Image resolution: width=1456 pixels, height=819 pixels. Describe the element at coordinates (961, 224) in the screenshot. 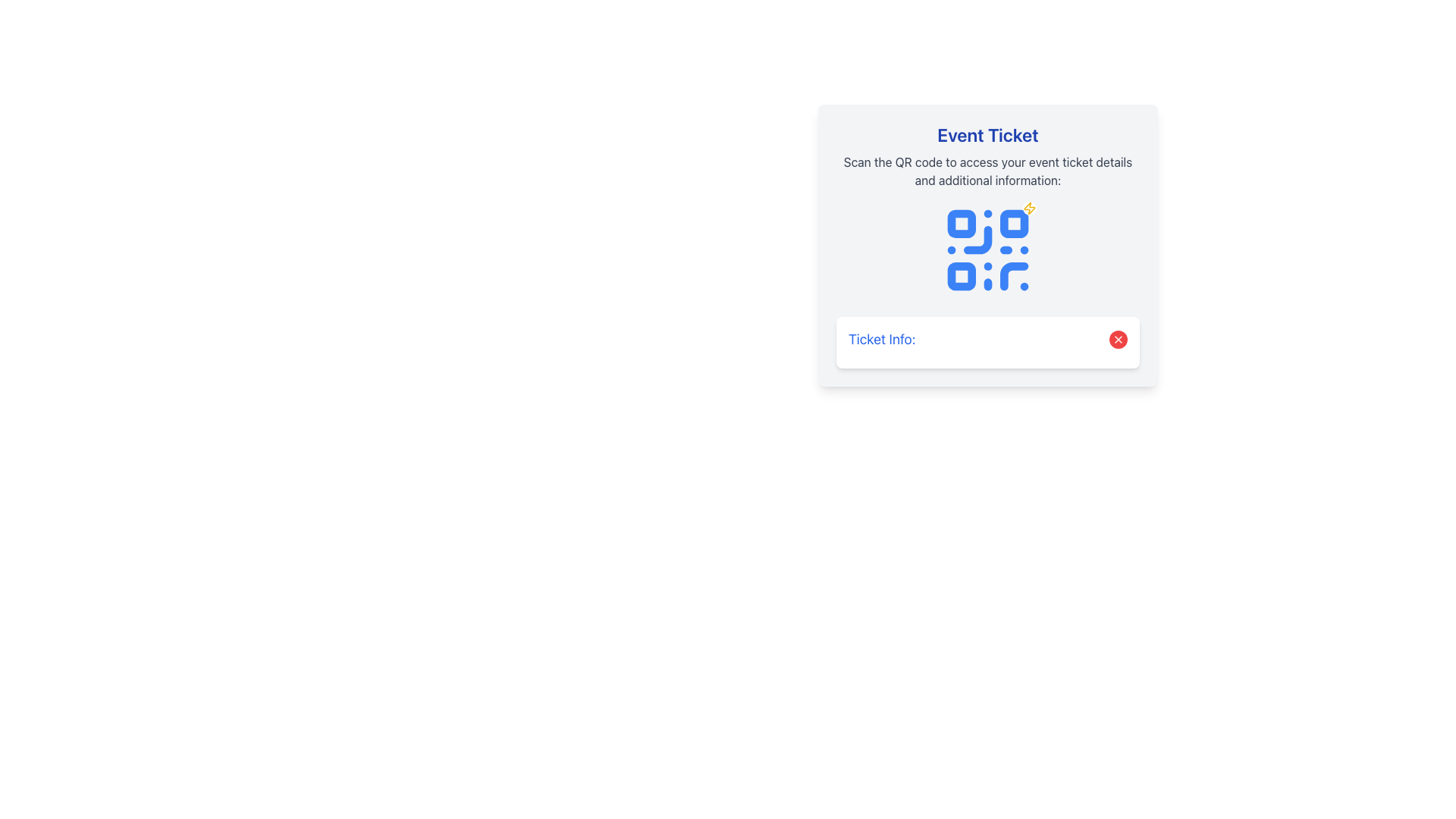

I see `the small blue square with rounded corners located in the top-left part of the QR code display` at that location.